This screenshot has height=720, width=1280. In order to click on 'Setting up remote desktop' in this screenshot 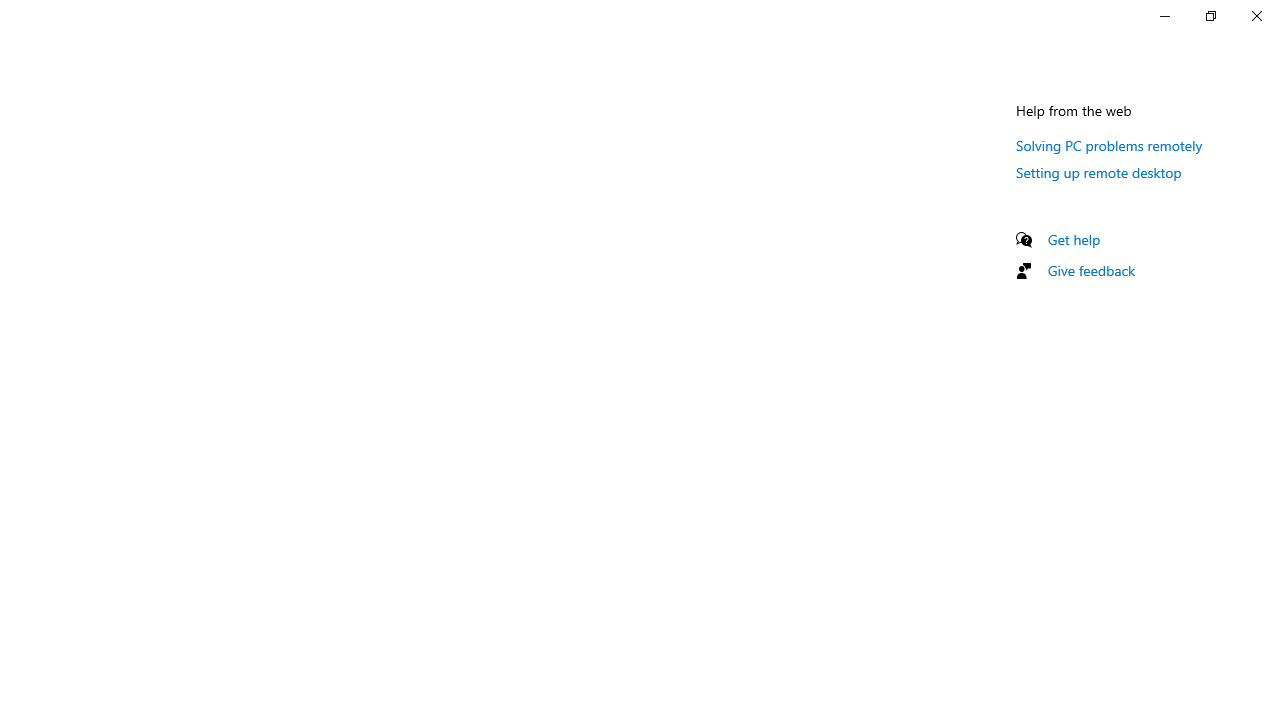, I will do `click(1097, 171)`.